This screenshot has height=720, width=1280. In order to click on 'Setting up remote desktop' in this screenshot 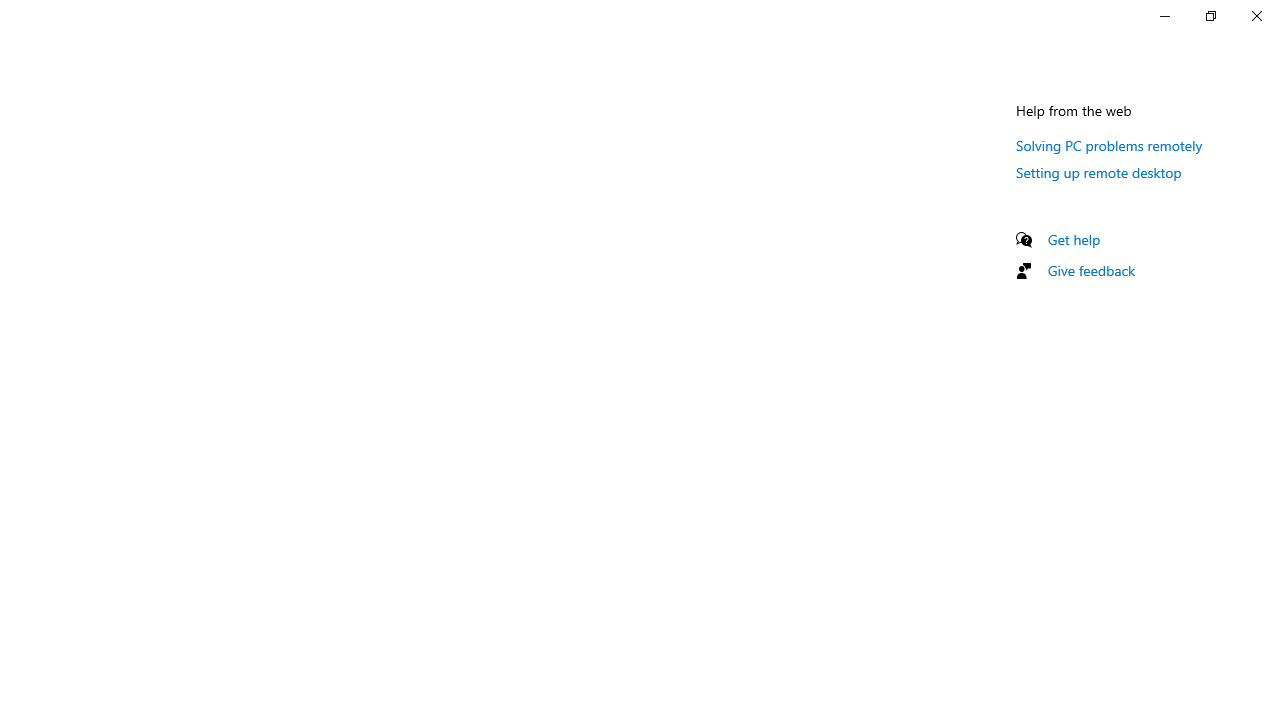, I will do `click(1097, 171)`.